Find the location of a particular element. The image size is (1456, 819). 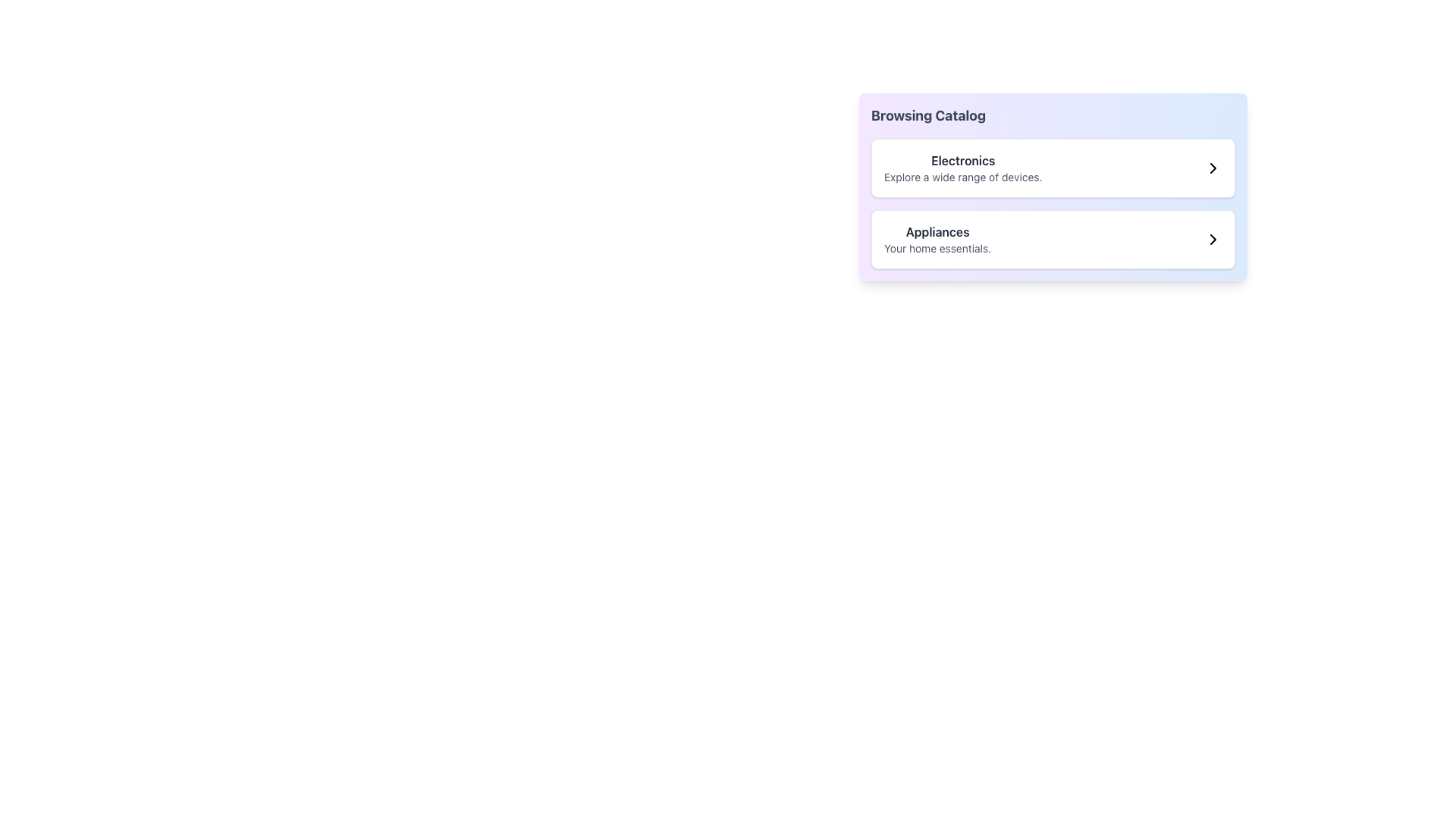

the header text label that introduces the catalog items section, located at the top-left corner of its widget above the 'Electronics' and 'Appliances' list items is located at coordinates (927, 115).